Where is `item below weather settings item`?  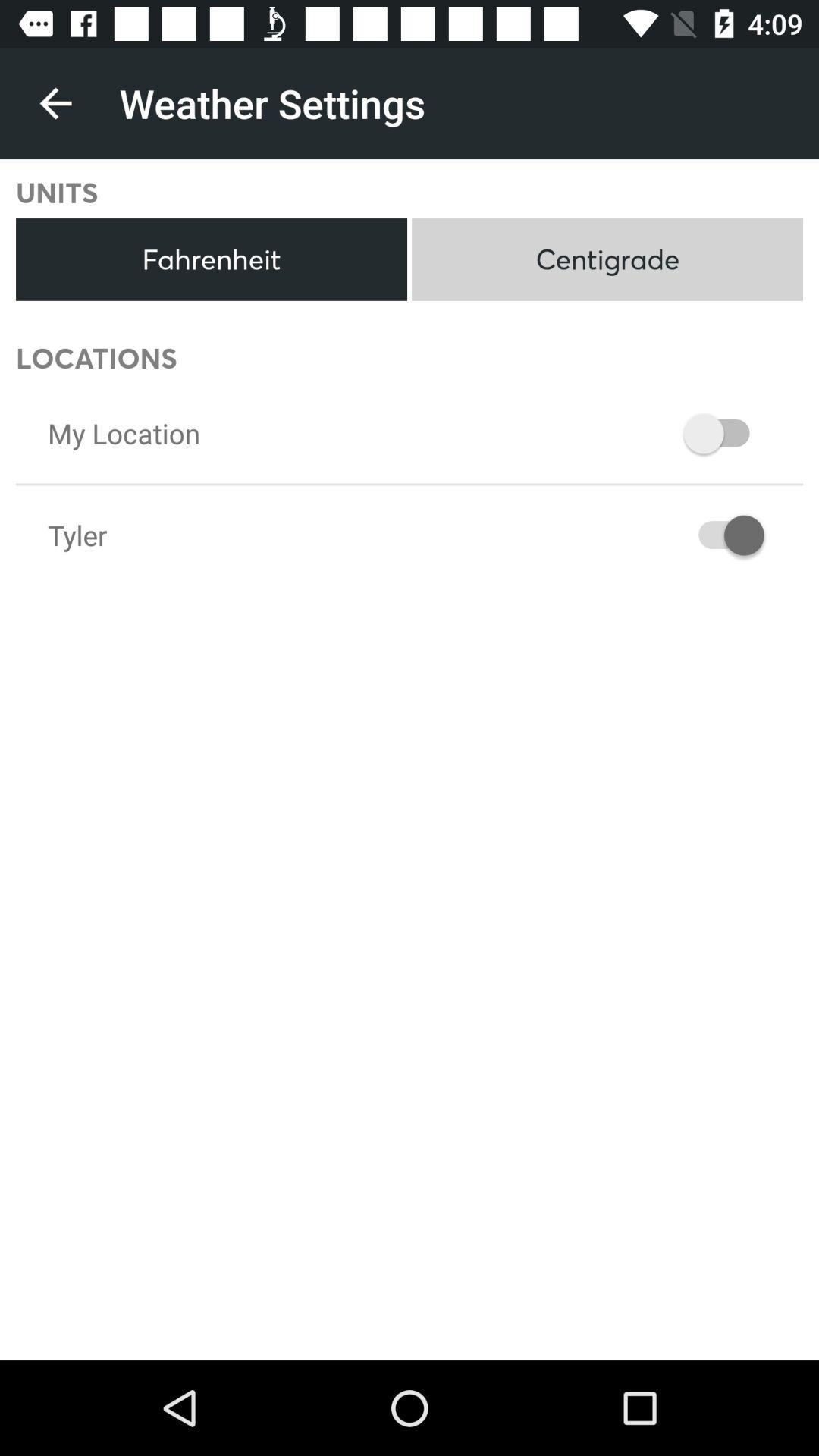 item below weather settings item is located at coordinates (607, 259).